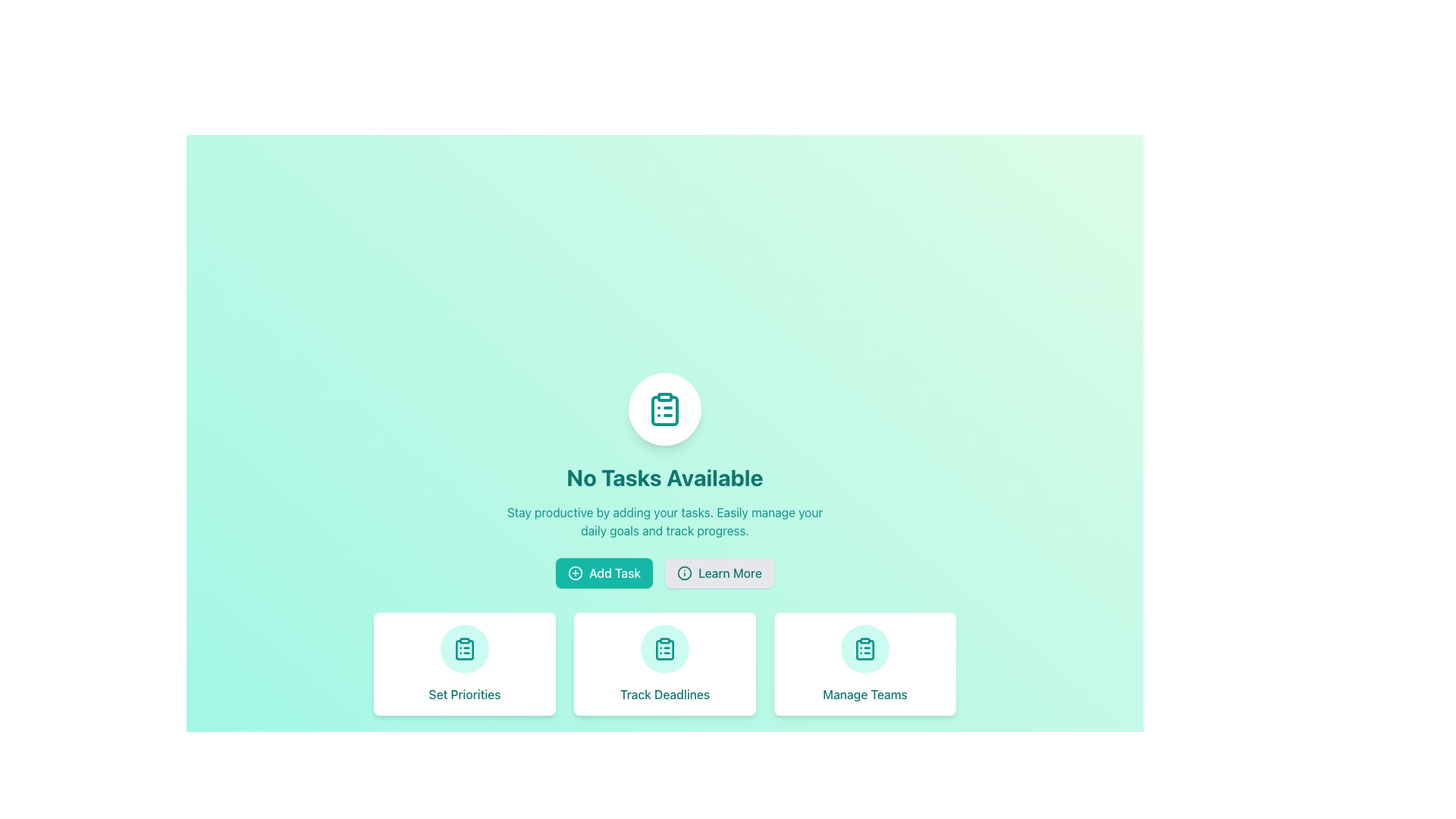 The width and height of the screenshot is (1456, 819). What do you see at coordinates (575, 573) in the screenshot?
I see `the teal circular icon with a plus symbol inside it, located on the left side of the 'Add Task' button, below the 'No Tasks Available' heading` at bounding box center [575, 573].